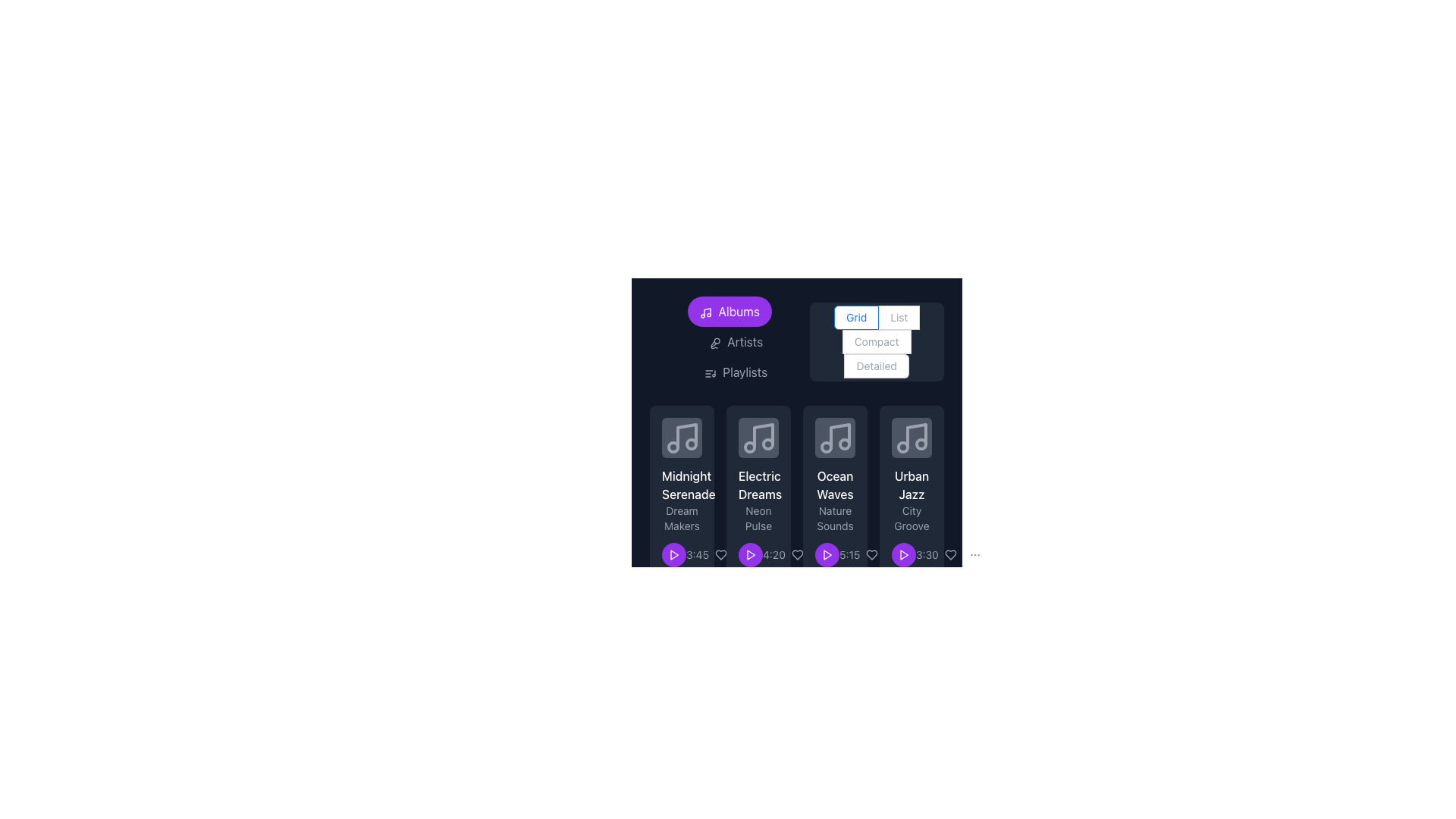 The width and height of the screenshot is (1456, 819). What do you see at coordinates (877, 366) in the screenshot?
I see `the label for the third radio button option in the vertical list to possibly view additional information` at bounding box center [877, 366].